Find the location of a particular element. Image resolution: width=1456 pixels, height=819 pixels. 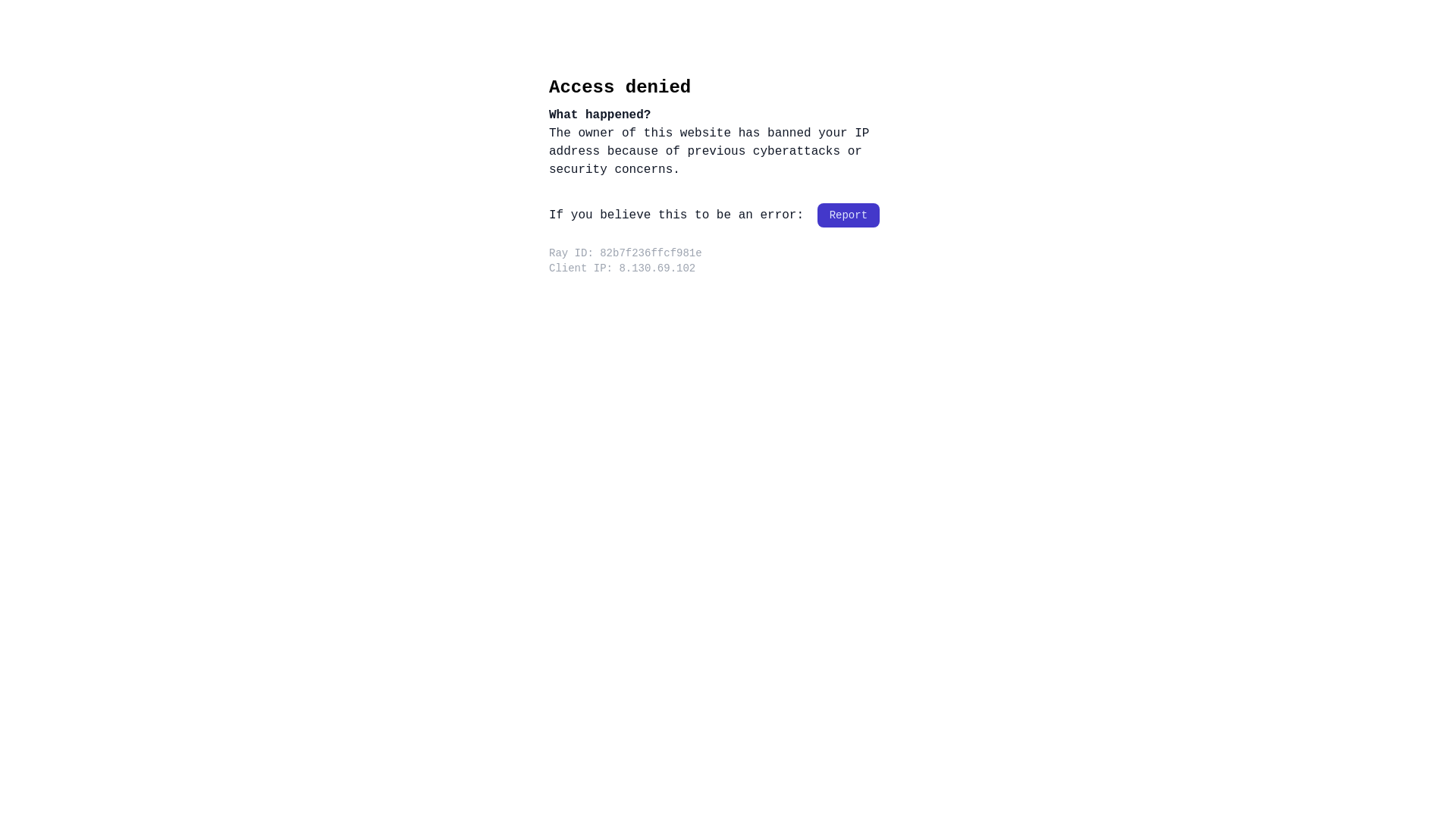

'Report' is located at coordinates (847, 215).